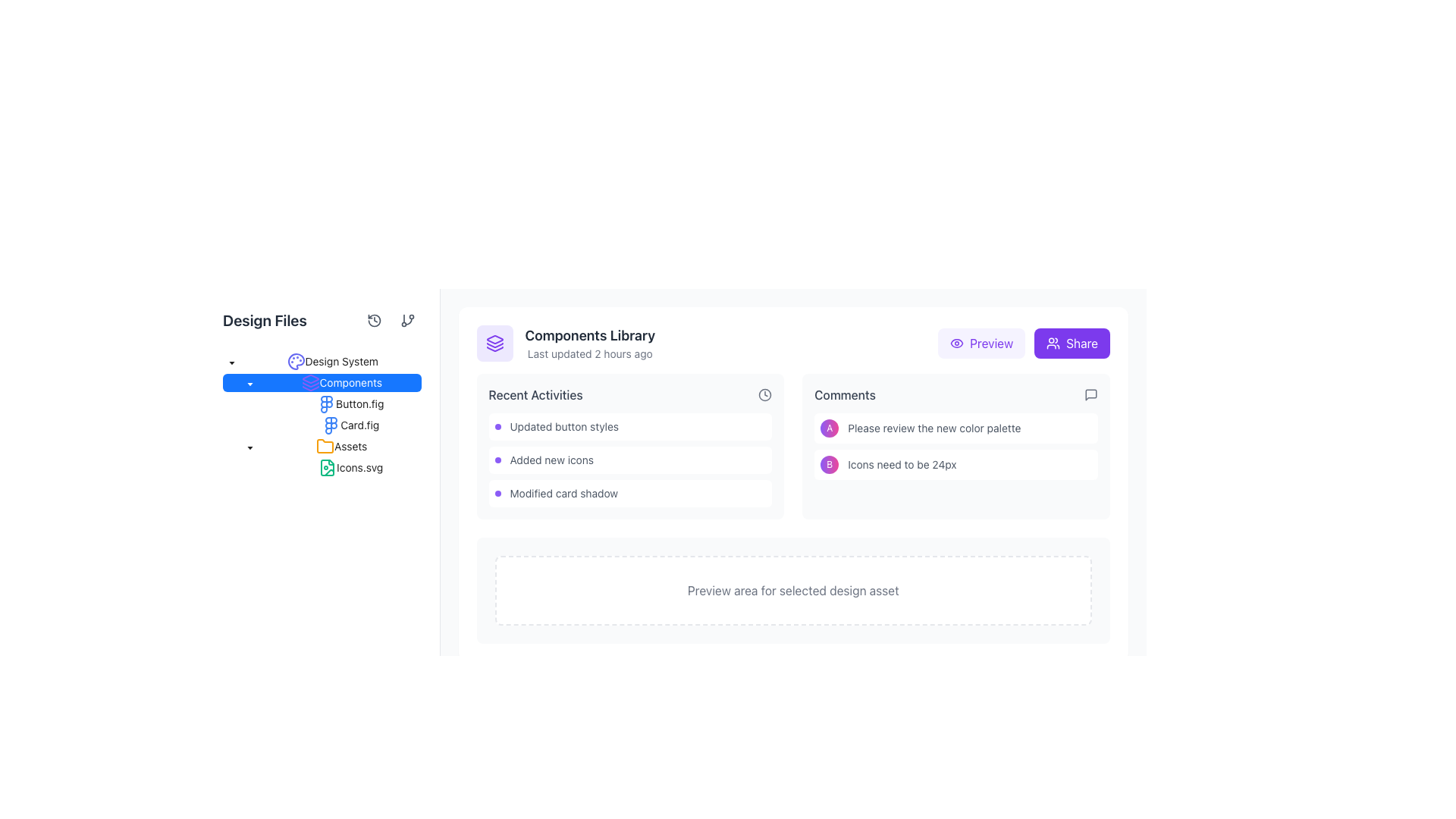  What do you see at coordinates (829, 464) in the screenshot?
I see `the Avatar badge located in the Comments panel, which serves as an identifier for a user or topic` at bounding box center [829, 464].